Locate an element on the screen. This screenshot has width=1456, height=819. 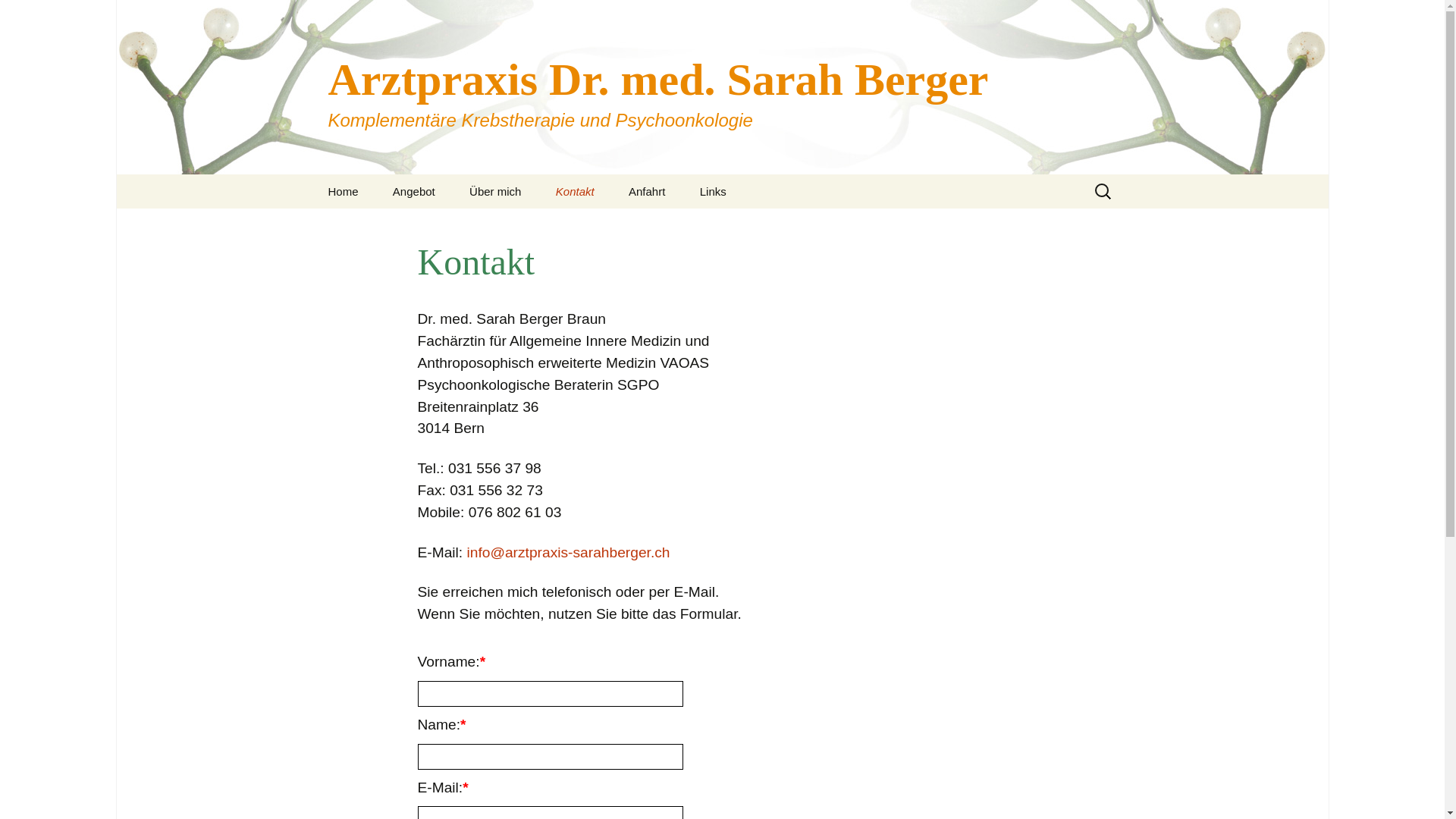
'info@arztpraxis-sarahberger.ch' is located at coordinates (567, 552).